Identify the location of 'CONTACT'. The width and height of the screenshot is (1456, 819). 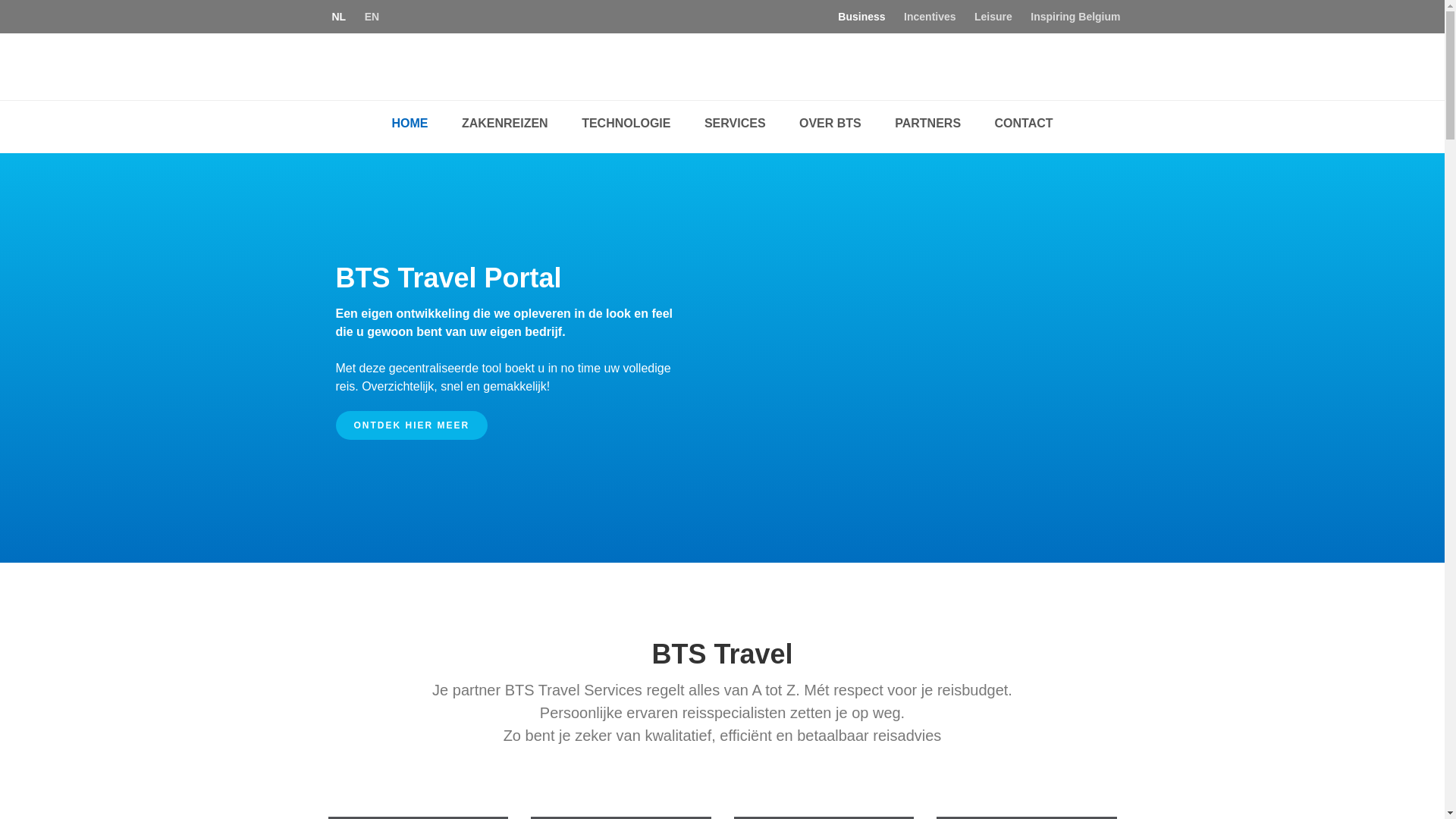
(1024, 122).